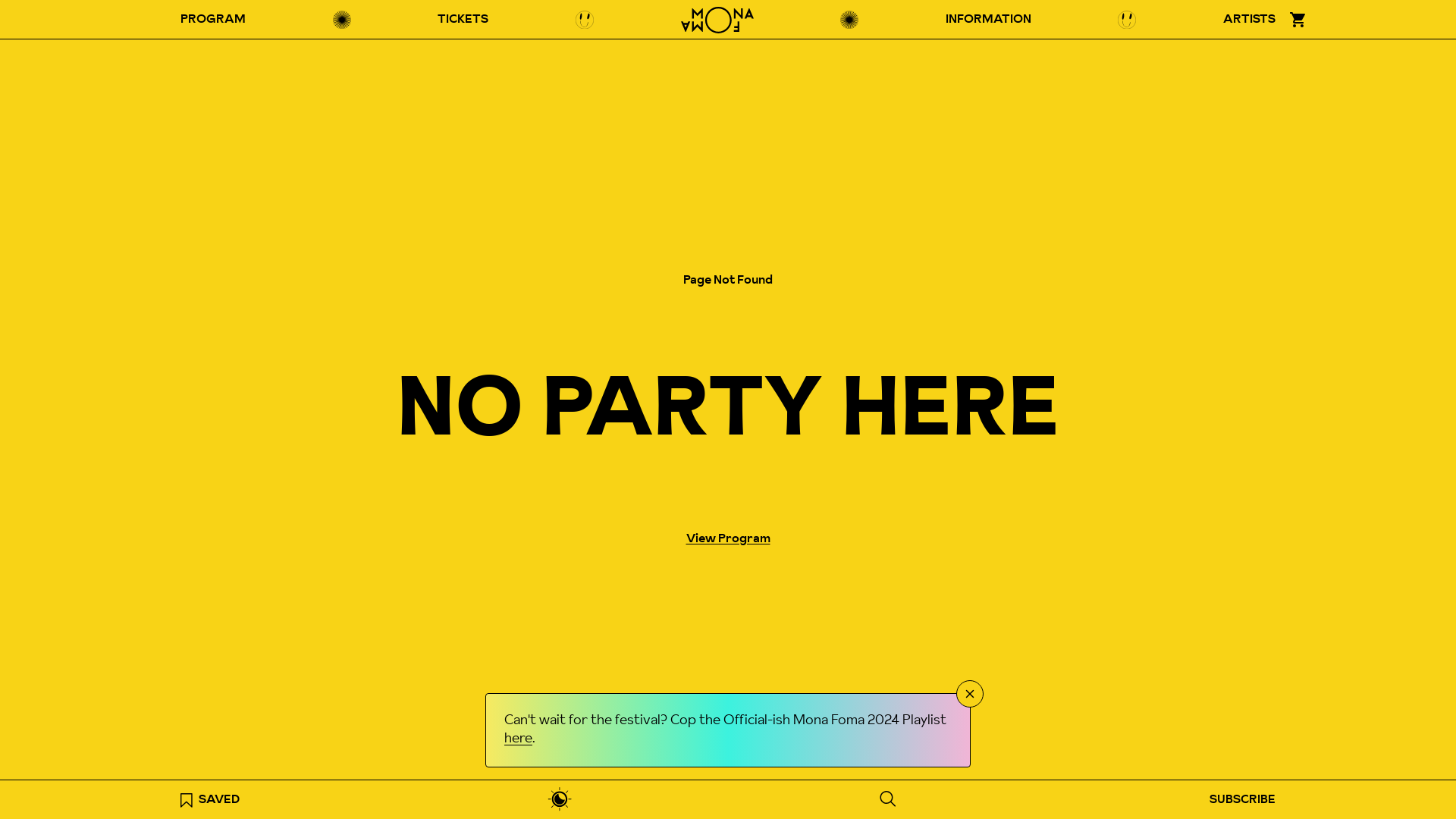 Image resolution: width=1456 pixels, height=819 pixels. Describe the element at coordinates (726, 538) in the screenshot. I see `'View Program'` at that location.